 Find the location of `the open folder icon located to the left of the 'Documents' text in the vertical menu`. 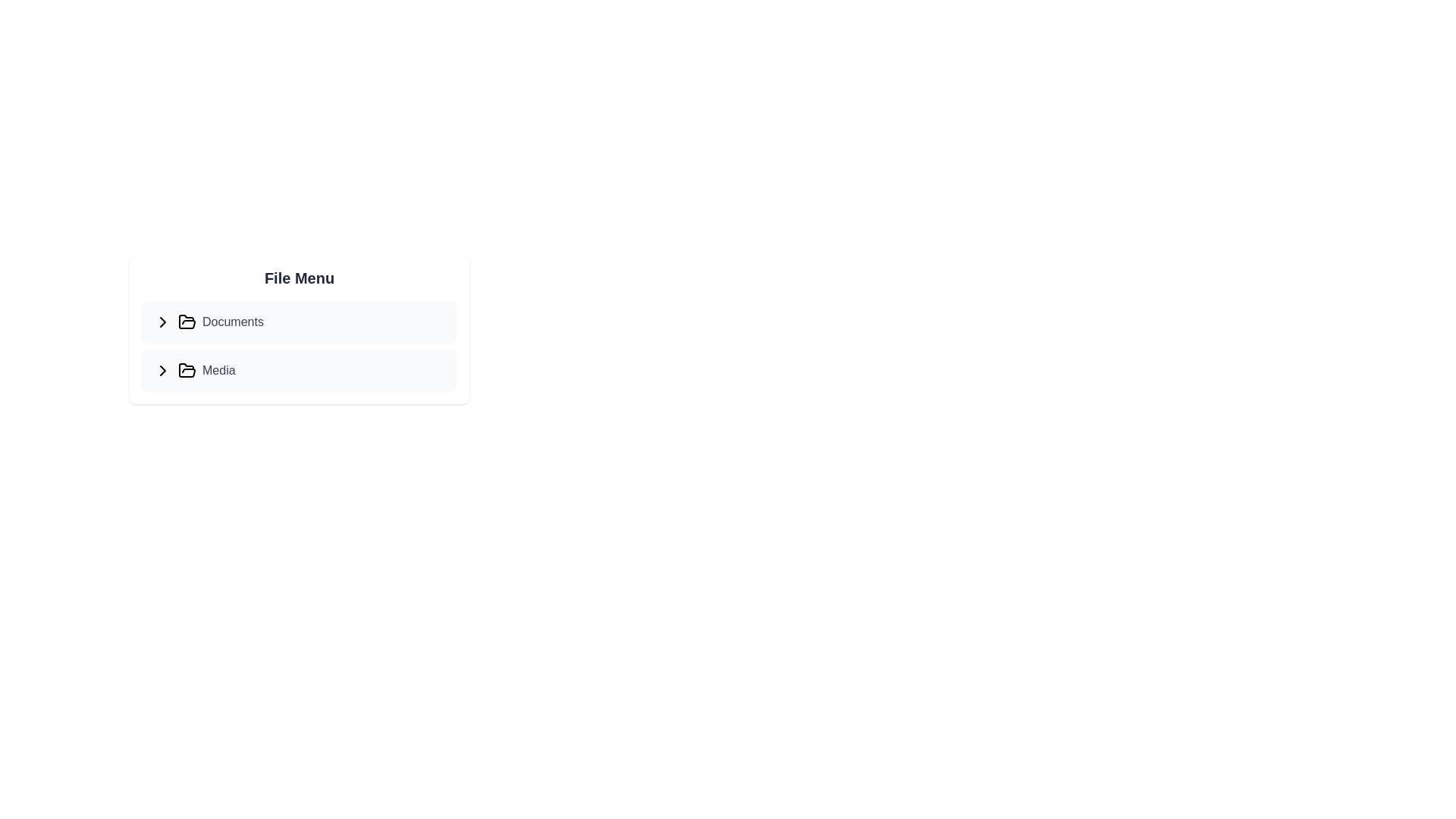

the open folder icon located to the left of the 'Documents' text in the vertical menu is located at coordinates (186, 321).